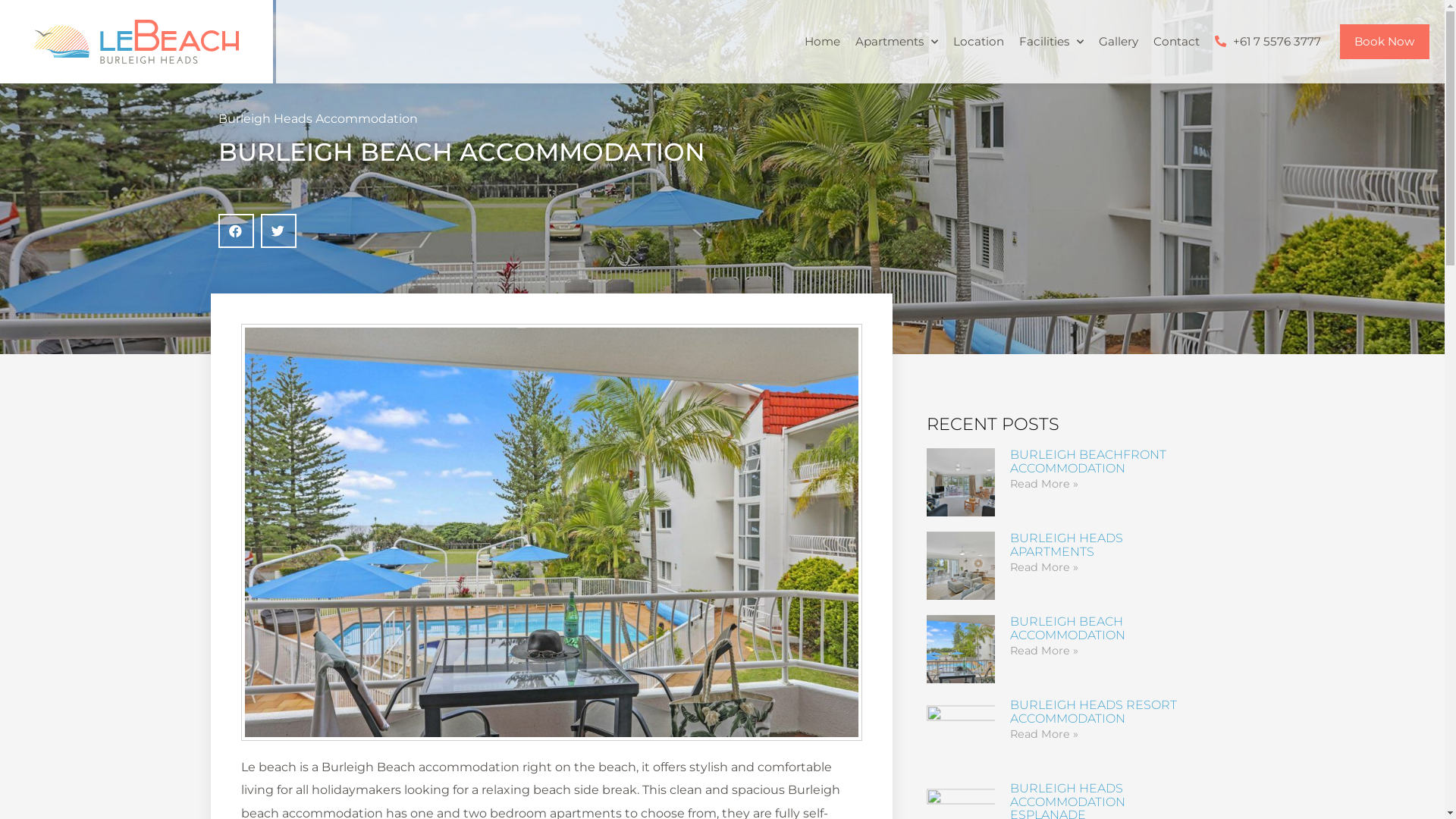  I want to click on 'BURLEIGH HEADS APARTMENTS', so click(1065, 544).